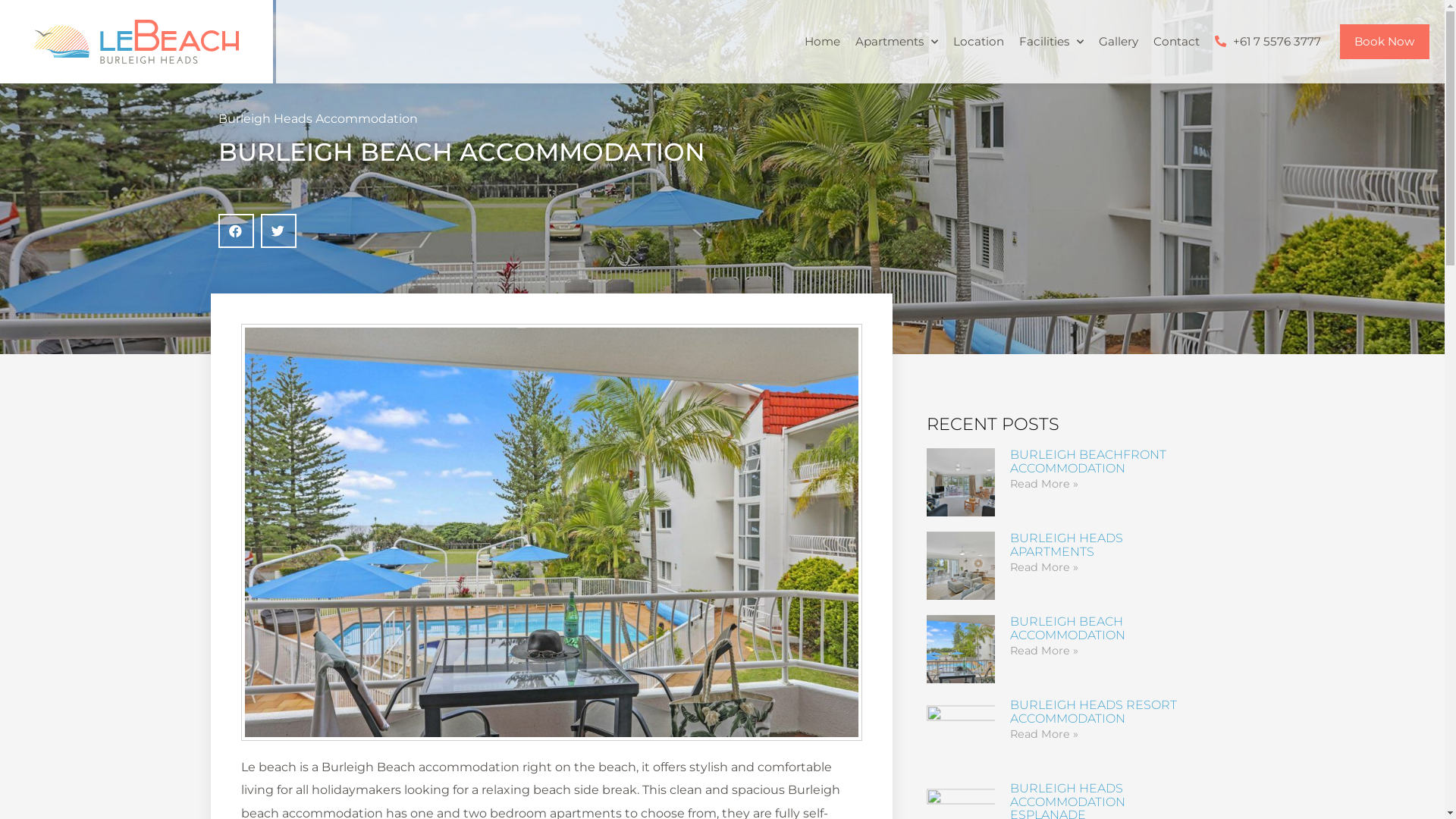  I want to click on 'BURLEIGH HEADS APARTMENTS', so click(1065, 544).